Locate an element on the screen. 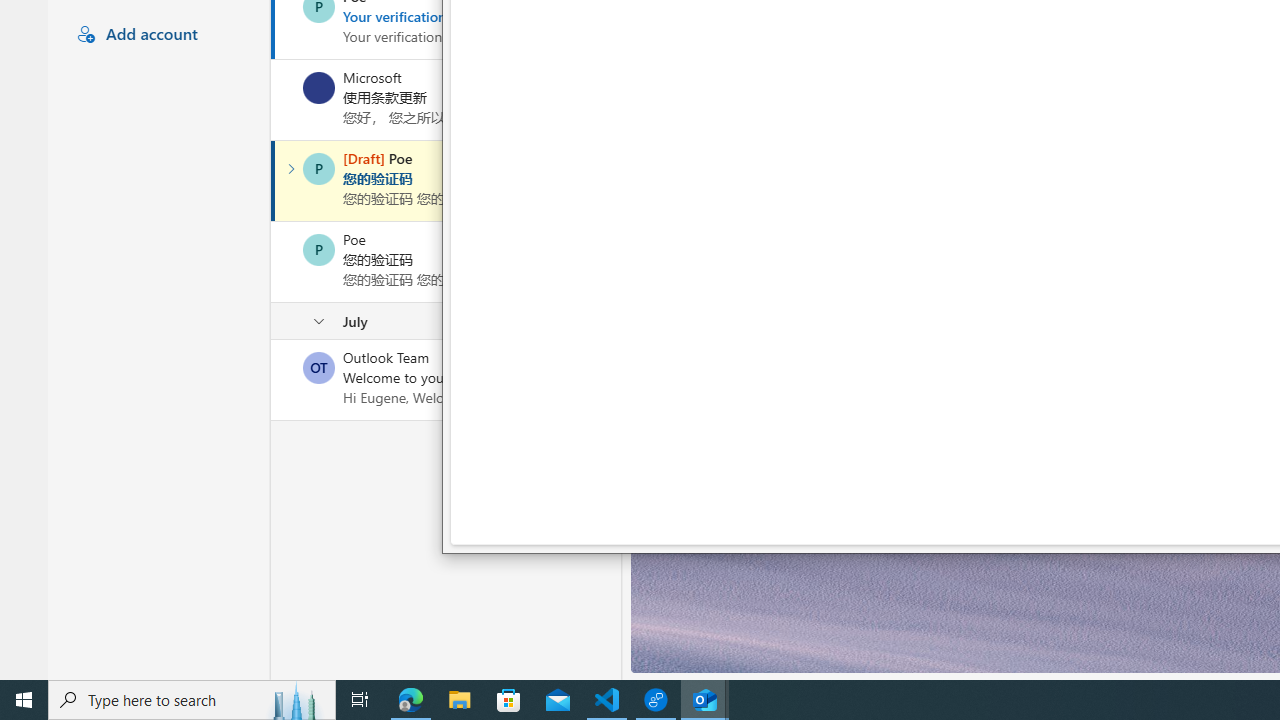 This screenshot has height=720, width=1280. 'Mark as unread' is located at coordinates (272, 379).